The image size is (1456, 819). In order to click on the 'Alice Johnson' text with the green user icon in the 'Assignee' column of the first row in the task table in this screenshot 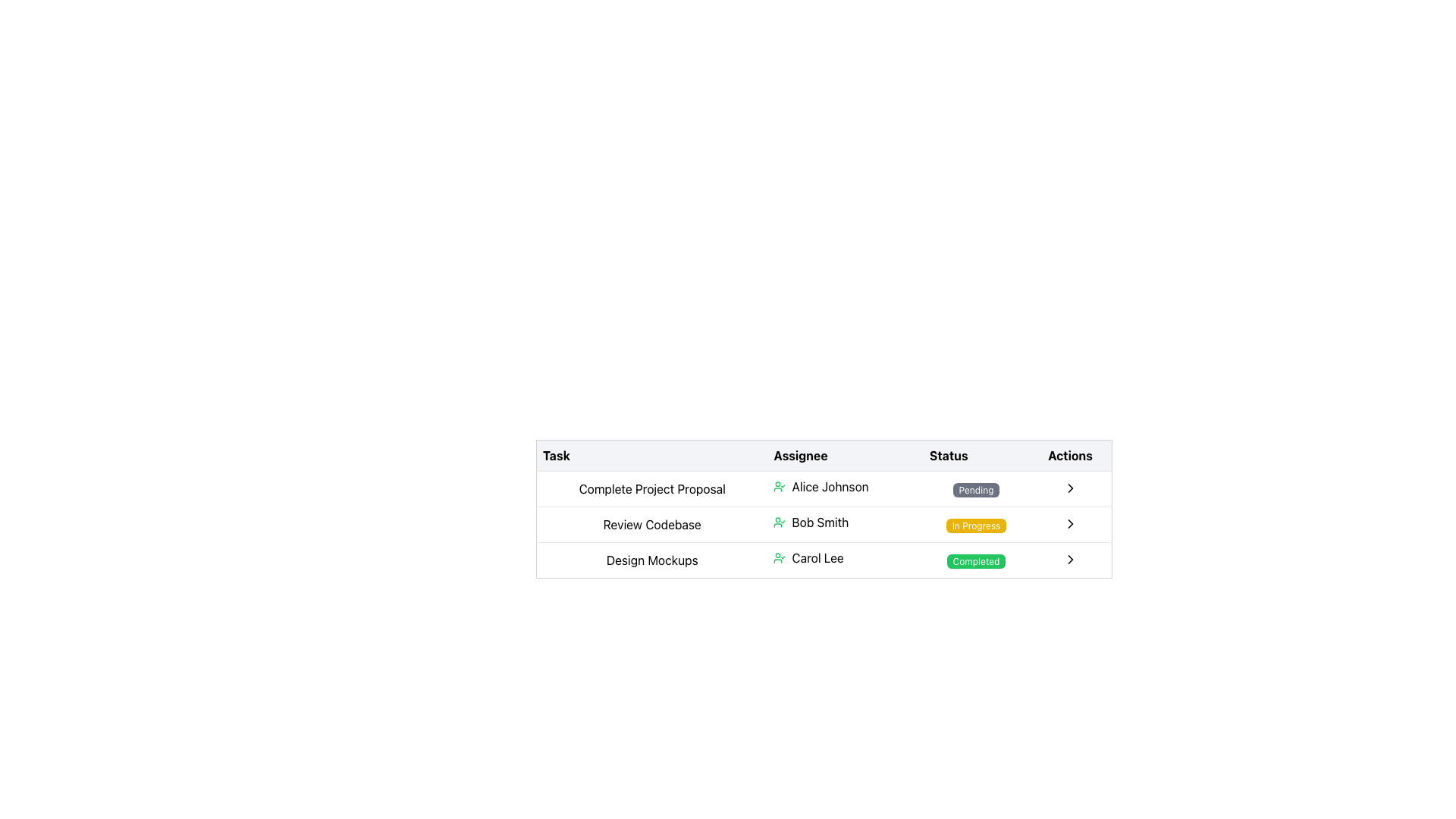, I will do `click(845, 486)`.